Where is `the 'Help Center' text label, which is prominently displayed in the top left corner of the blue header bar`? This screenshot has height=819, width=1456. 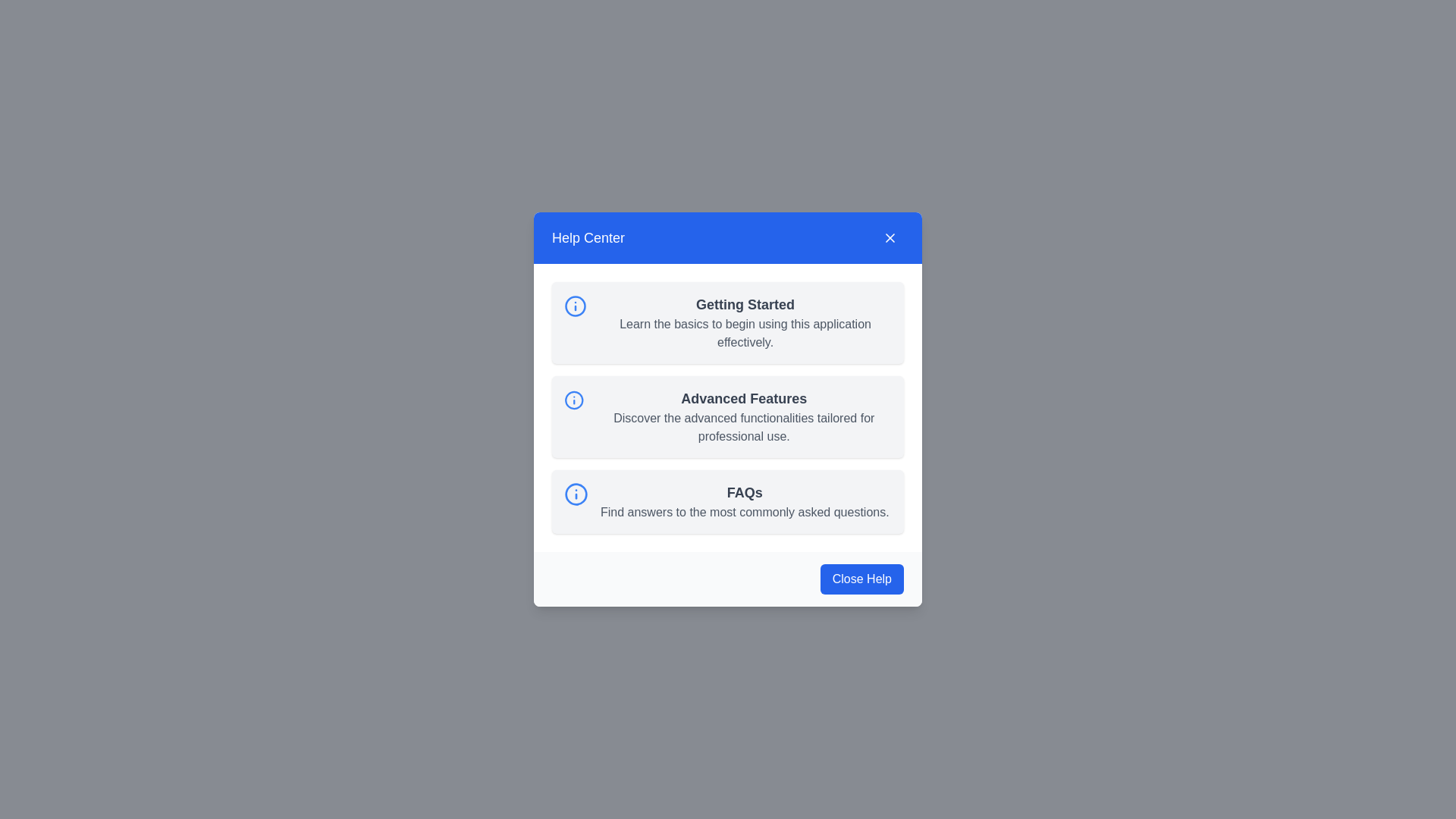 the 'Help Center' text label, which is prominently displayed in the top left corner of the blue header bar is located at coordinates (588, 237).